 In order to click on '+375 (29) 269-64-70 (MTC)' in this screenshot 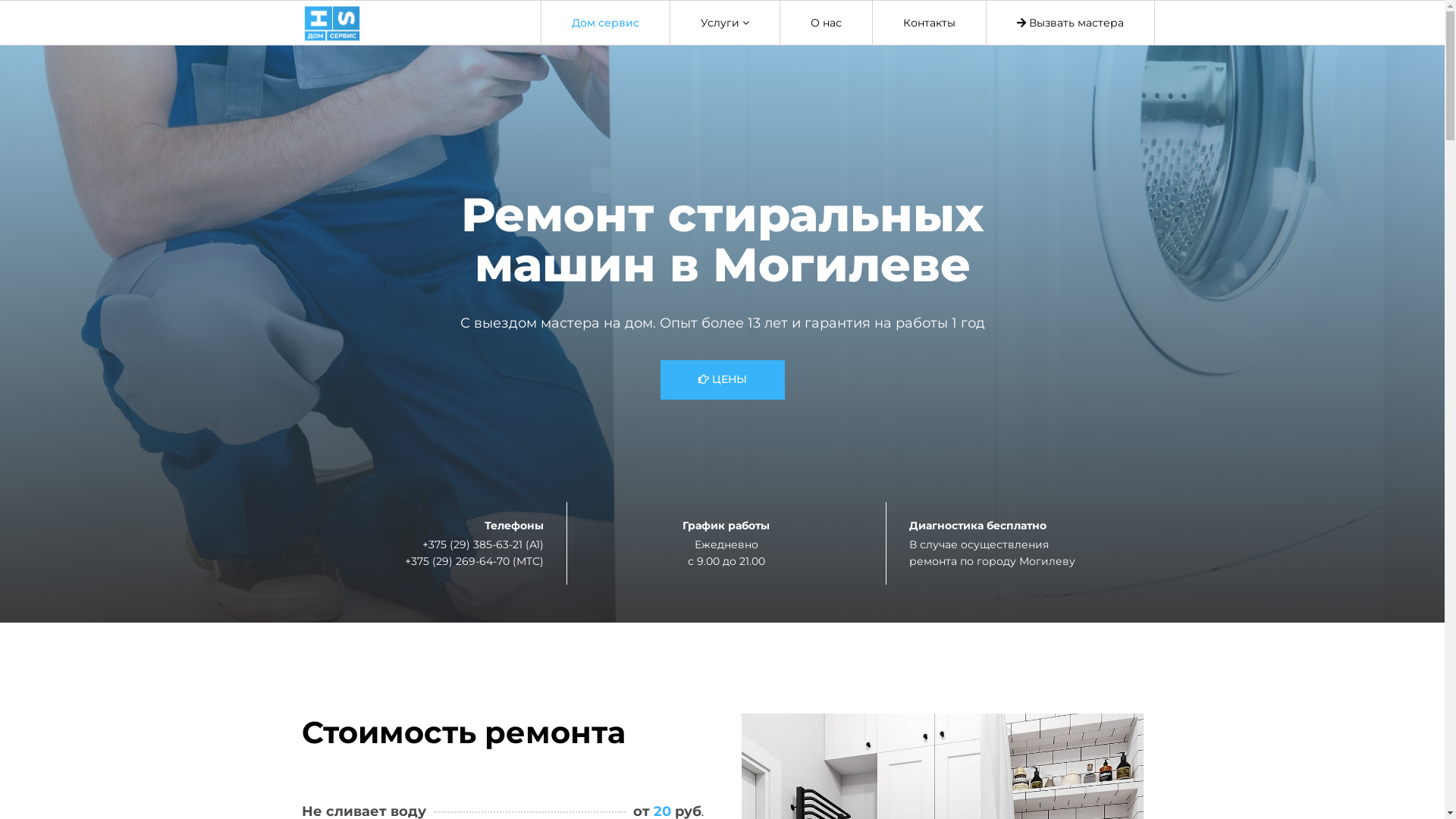, I will do `click(473, 560)`.